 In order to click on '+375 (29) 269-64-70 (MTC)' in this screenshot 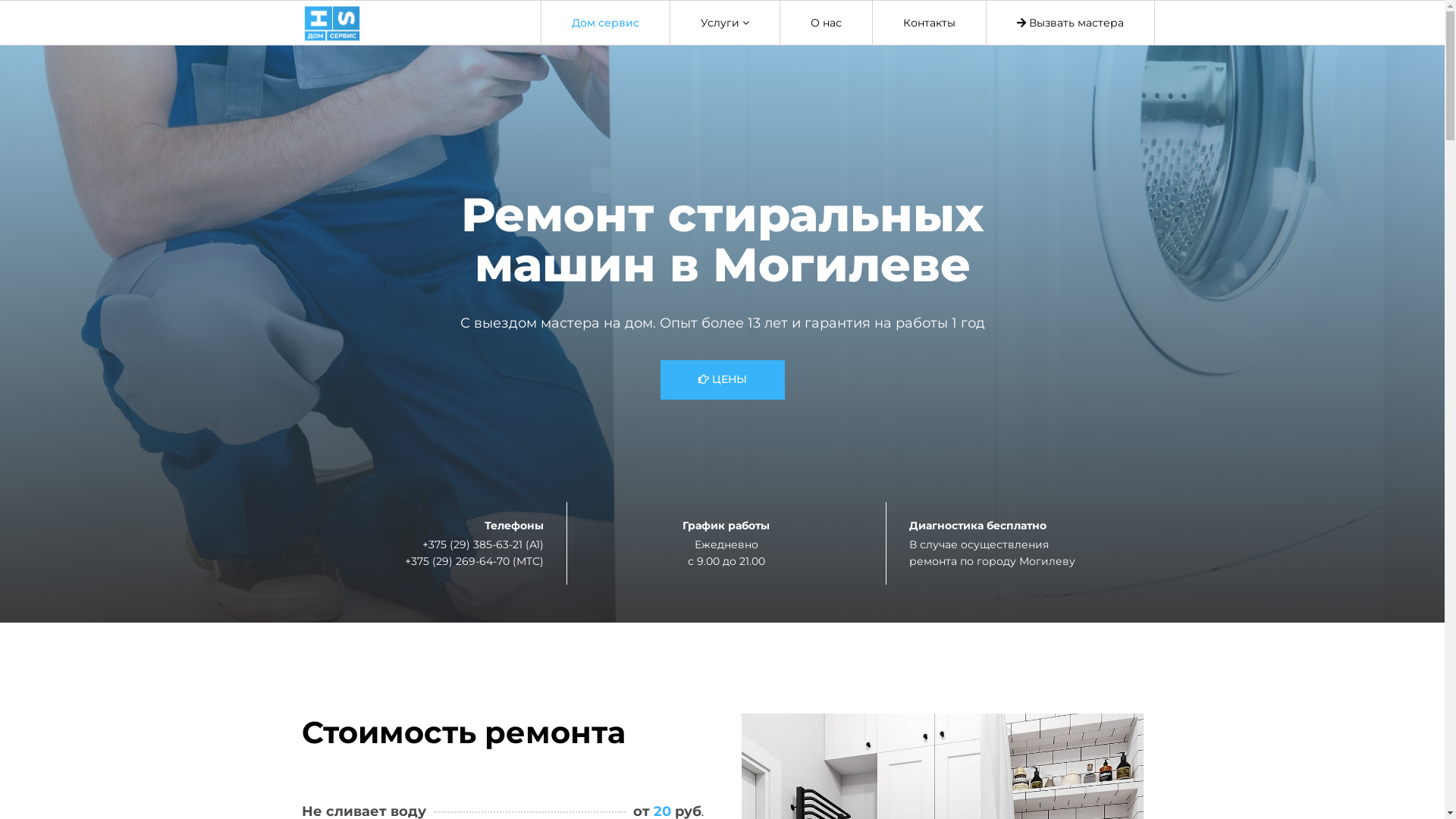, I will do `click(473, 560)`.